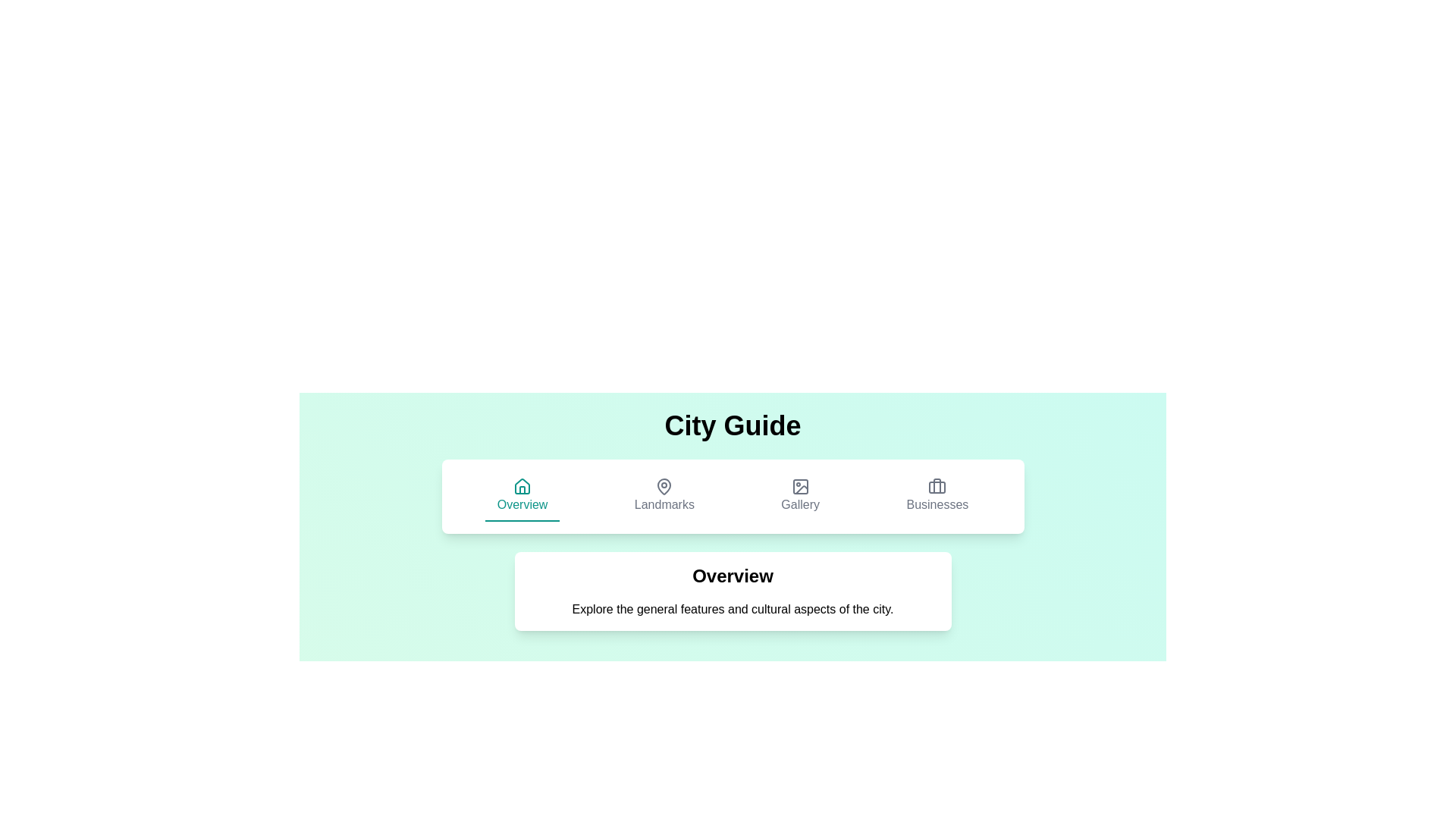 The image size is (1456, 819). What do you see at coordinates (522, 497) in the screenshot?
I see `the navigation button on the left side of the toolbar` at bounding box center [522, 497].